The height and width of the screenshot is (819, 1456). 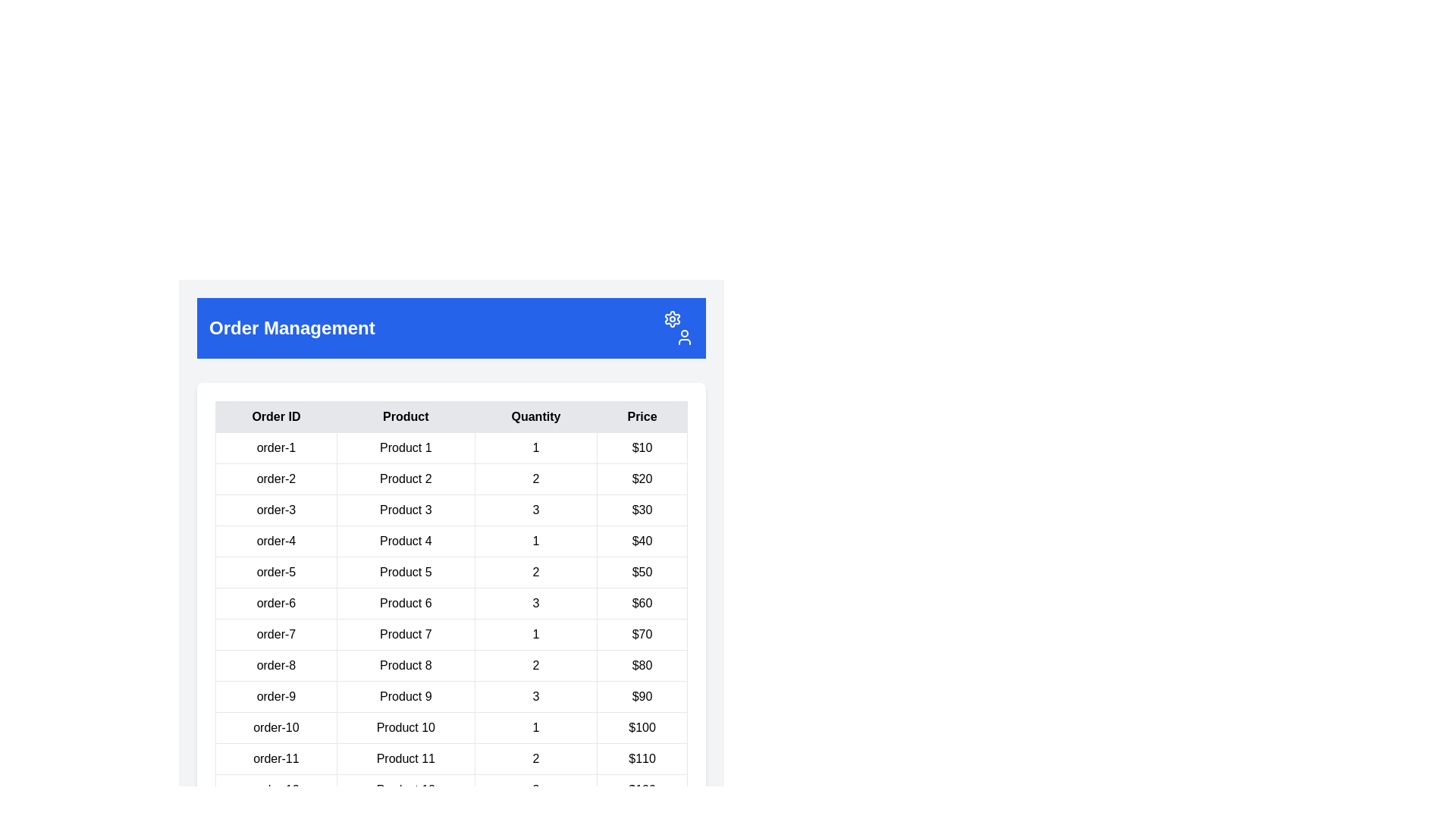 I want to click on the text cell displaying '$70' in the fourth column of the 'order-7' row in the table, so click(x=642, y=635).